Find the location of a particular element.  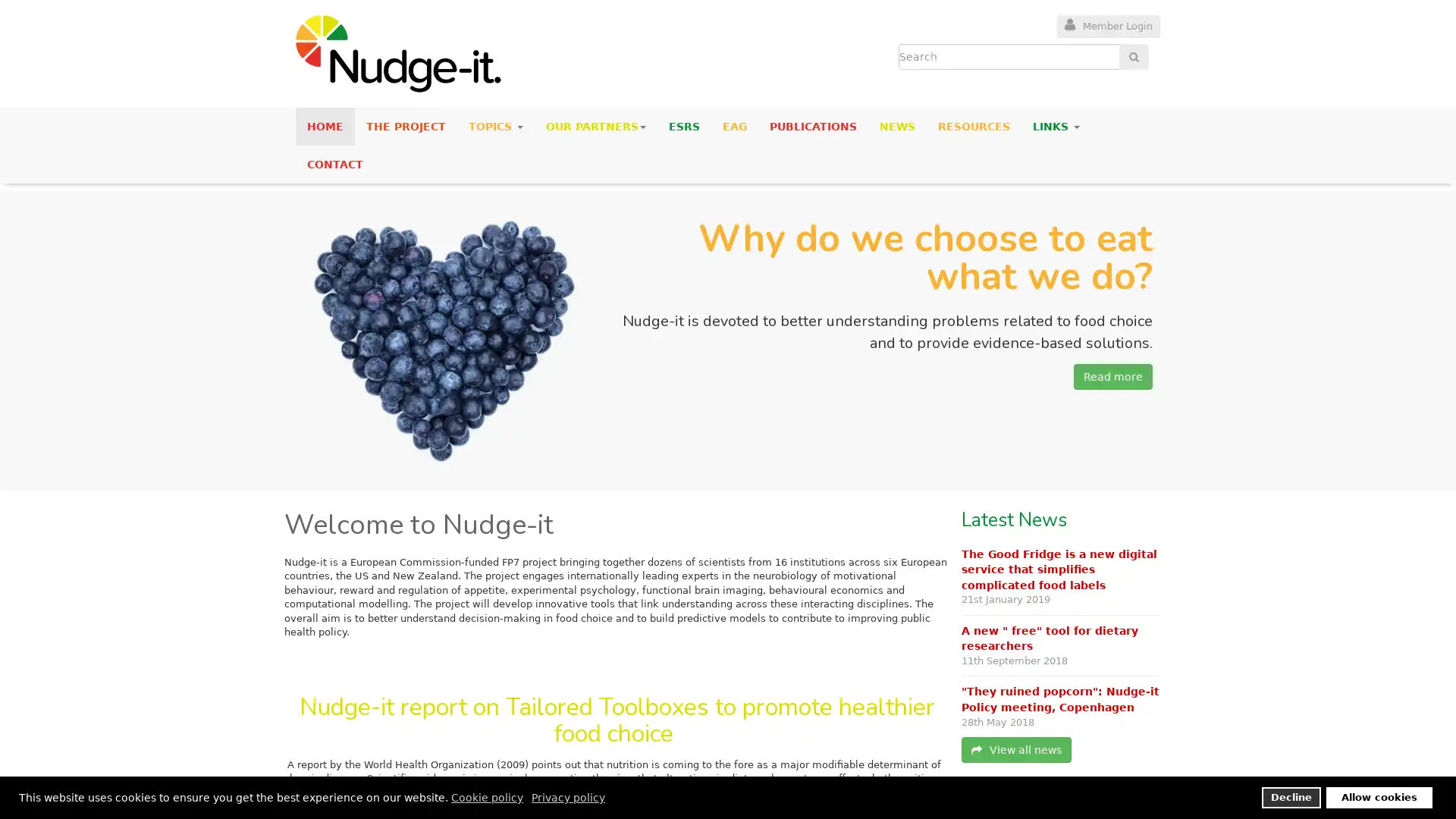

deny cookies is located at coordinates (1291, 796).